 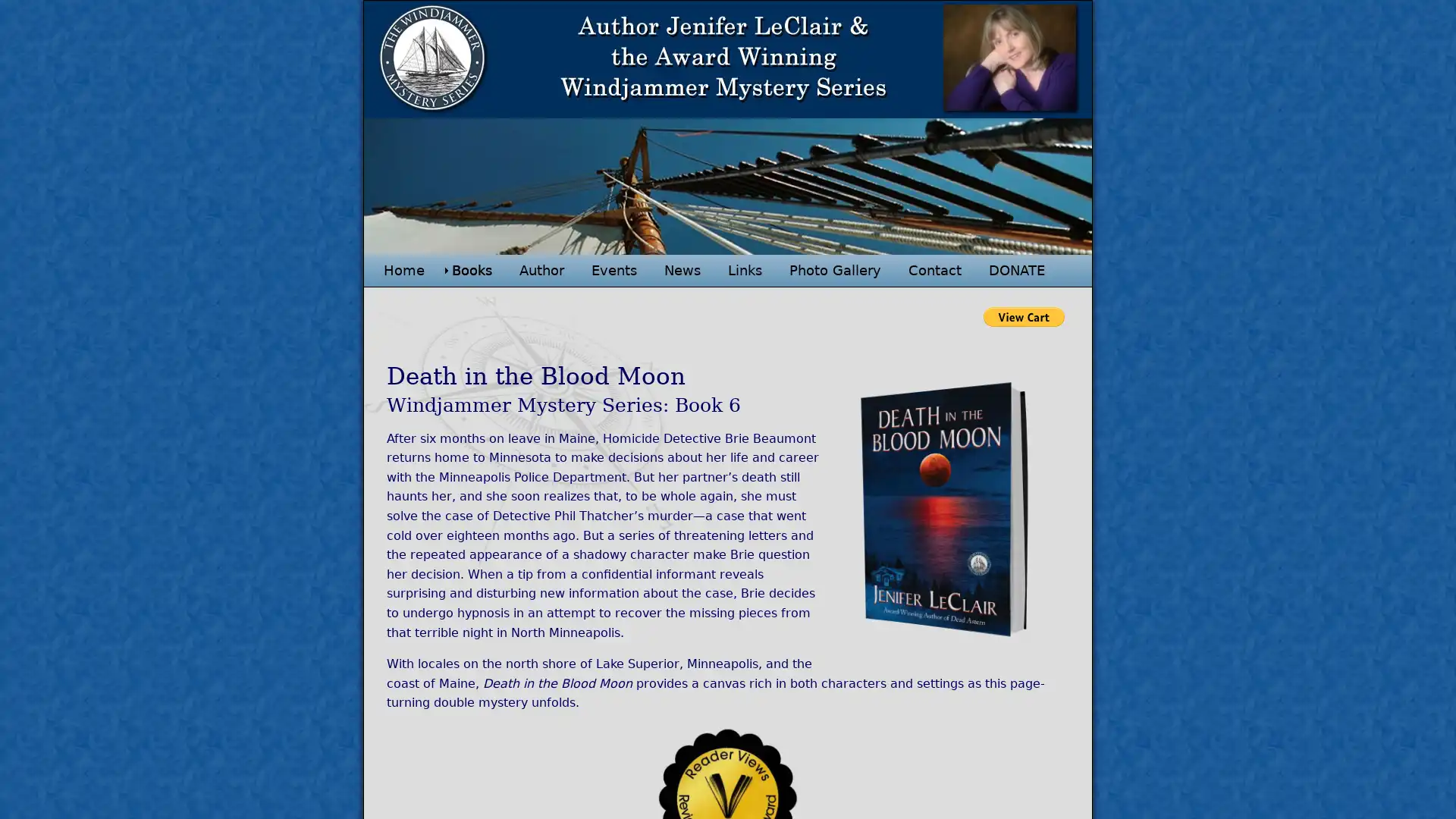 I want to click on PayPal - The safer, easier way to pay online!, so click(x=1024, y=315).